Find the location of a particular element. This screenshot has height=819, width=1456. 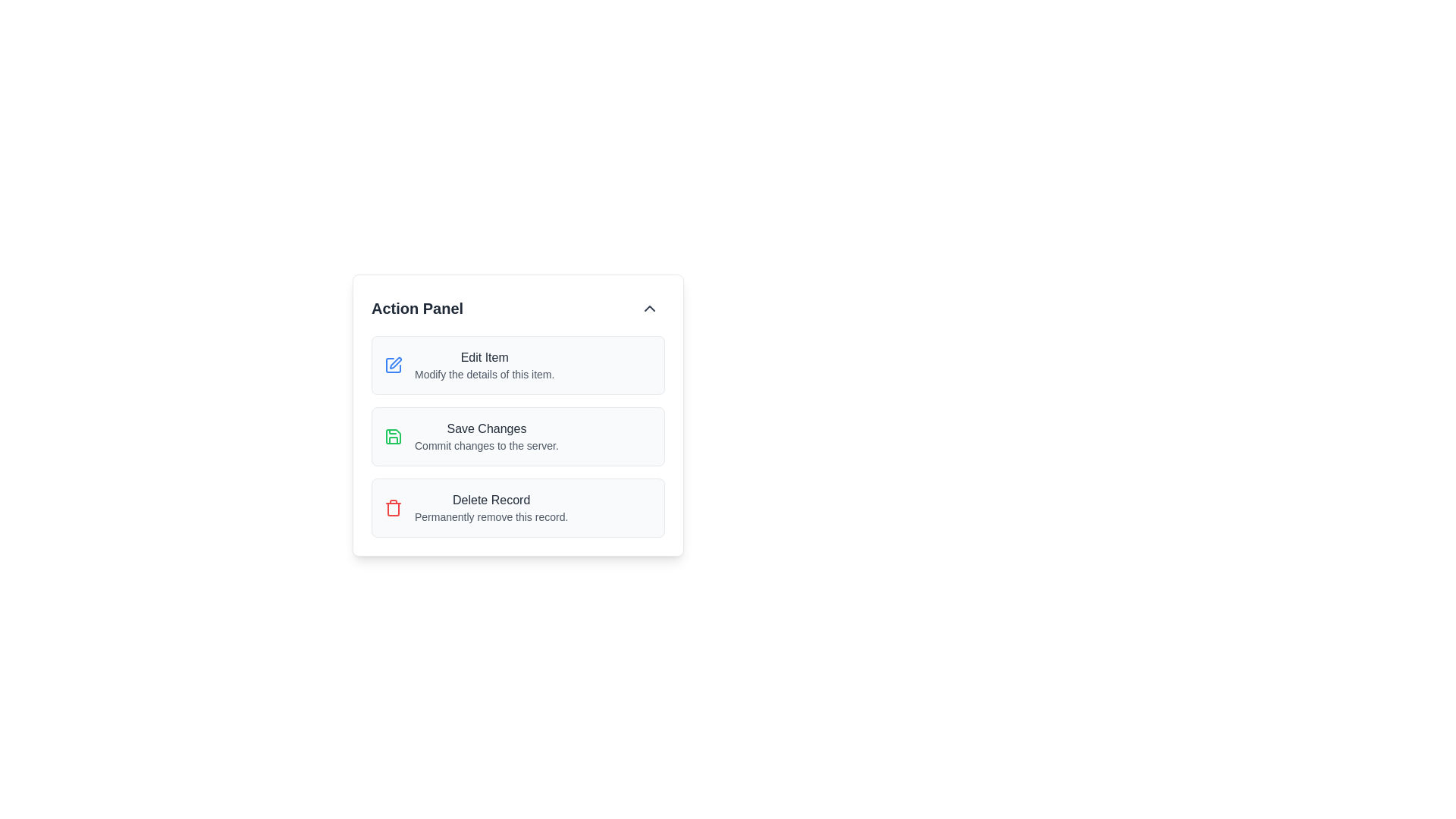

the chevron up icon located at the top-right corner of the 'Action Panel' is located at coordinates (650, 308).